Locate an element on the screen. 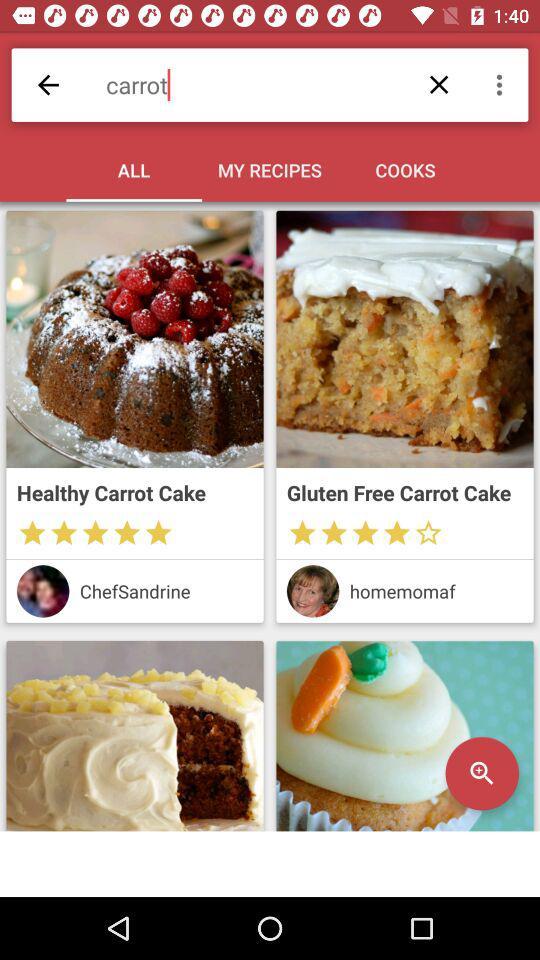 The image size is (540, 960). the icon to the right of the carrot item is located at coordinates (501, 85).